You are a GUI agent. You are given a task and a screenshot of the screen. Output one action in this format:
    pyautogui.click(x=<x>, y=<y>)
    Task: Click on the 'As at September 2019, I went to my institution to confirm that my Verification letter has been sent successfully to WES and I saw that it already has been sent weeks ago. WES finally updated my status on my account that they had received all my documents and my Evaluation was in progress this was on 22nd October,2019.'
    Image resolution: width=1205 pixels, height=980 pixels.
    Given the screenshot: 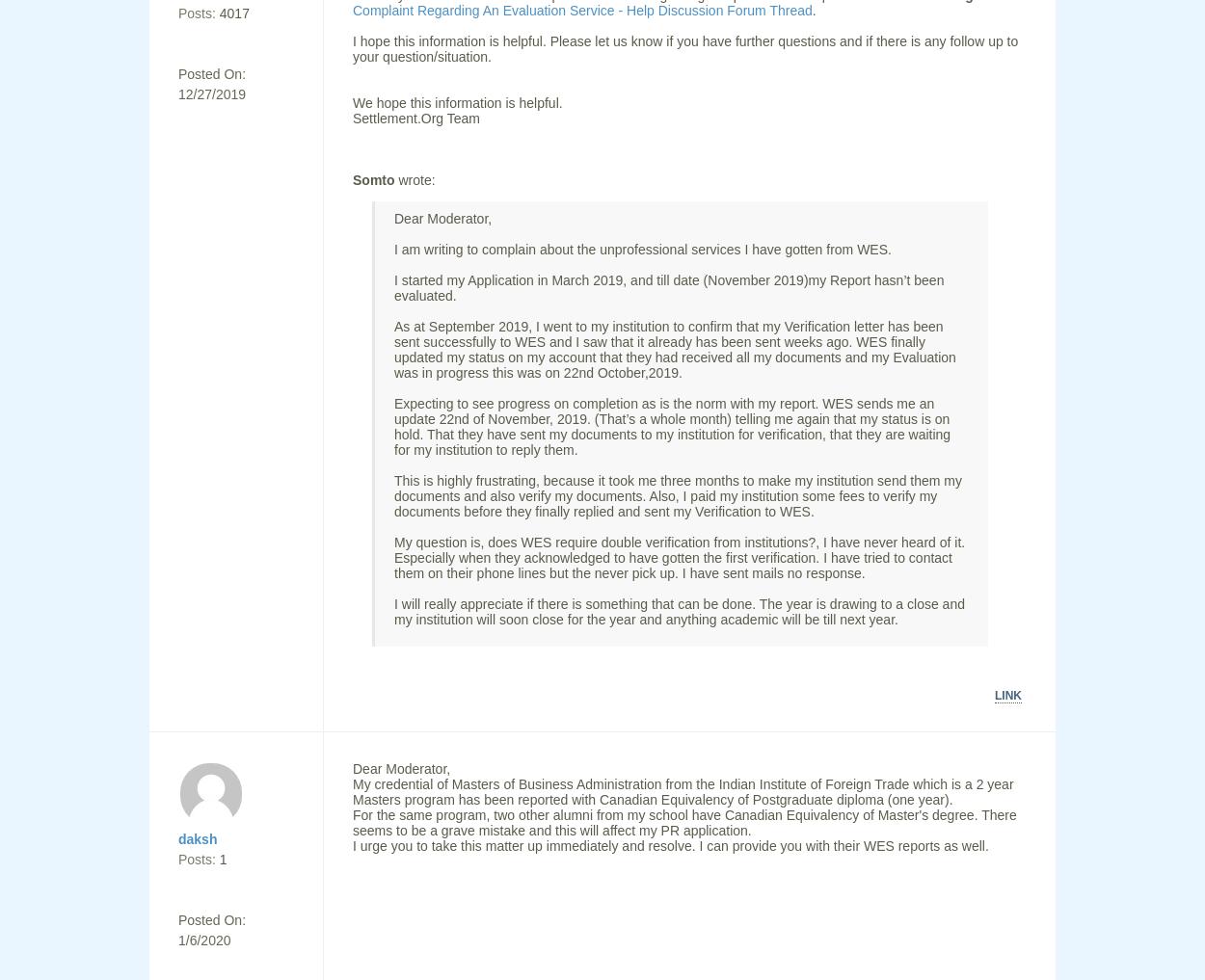 What is the action you would take?
    pyautogui.click(x=674, y=348)
    